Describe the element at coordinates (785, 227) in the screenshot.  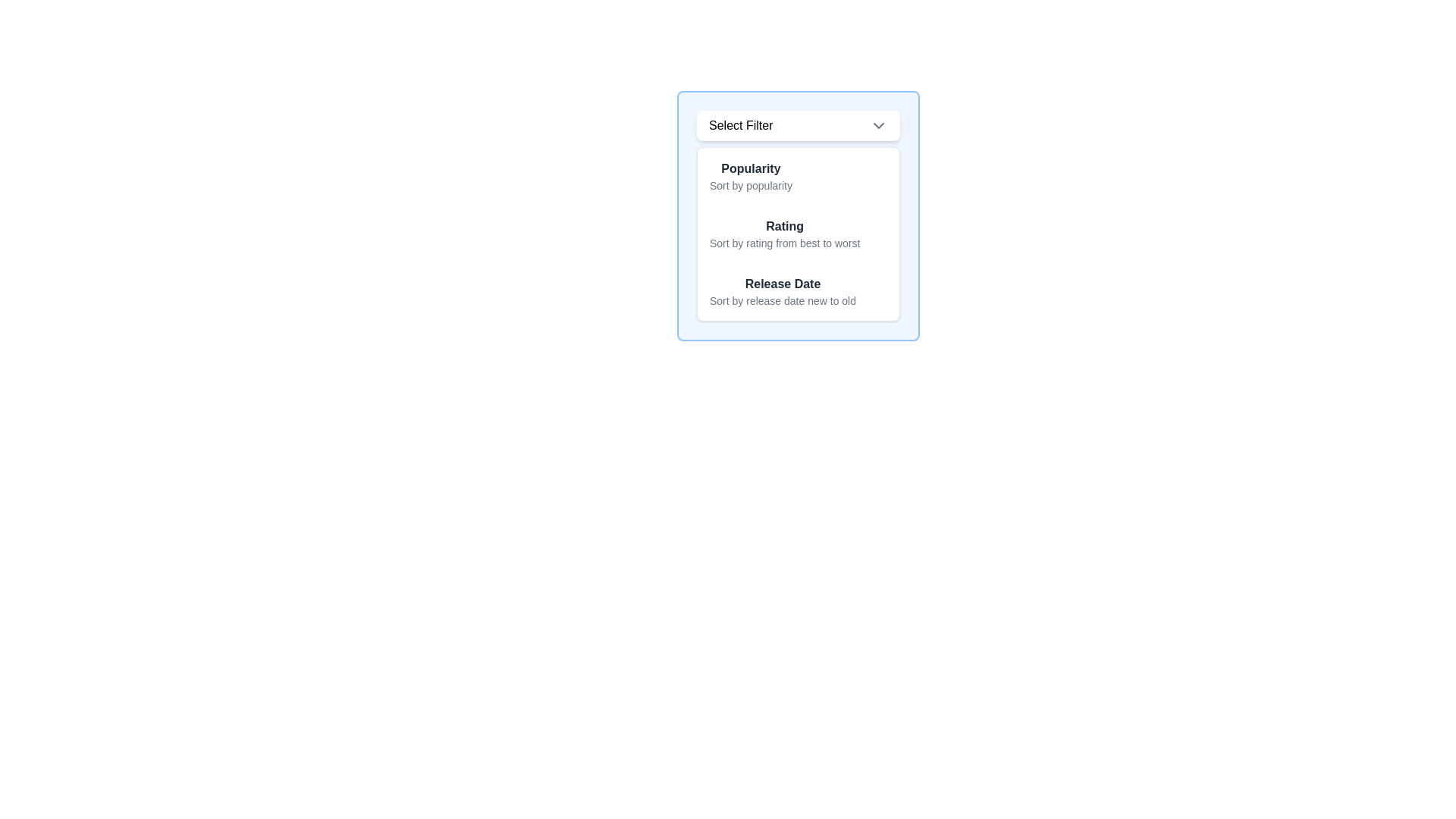
I see `the 'Rating' text label, which is styled with bold and dark gray text and positioned as the second option in the dropdown list between 'Popularity' and 'Release Date'` at that location.